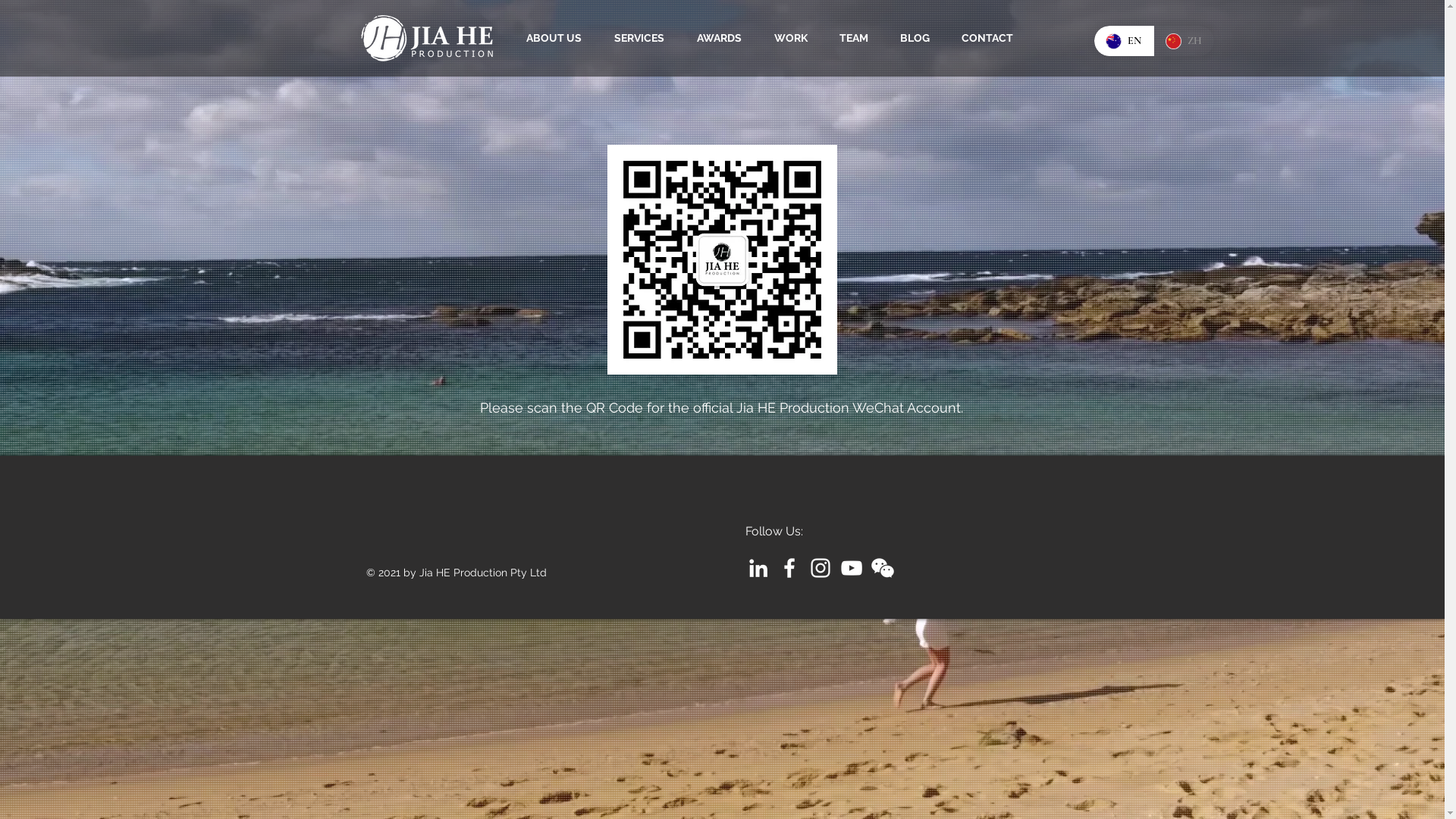 Image resolution: width=1456 pixels, height=819 pixels. I want to click on 'WORK', so click(765, 37).